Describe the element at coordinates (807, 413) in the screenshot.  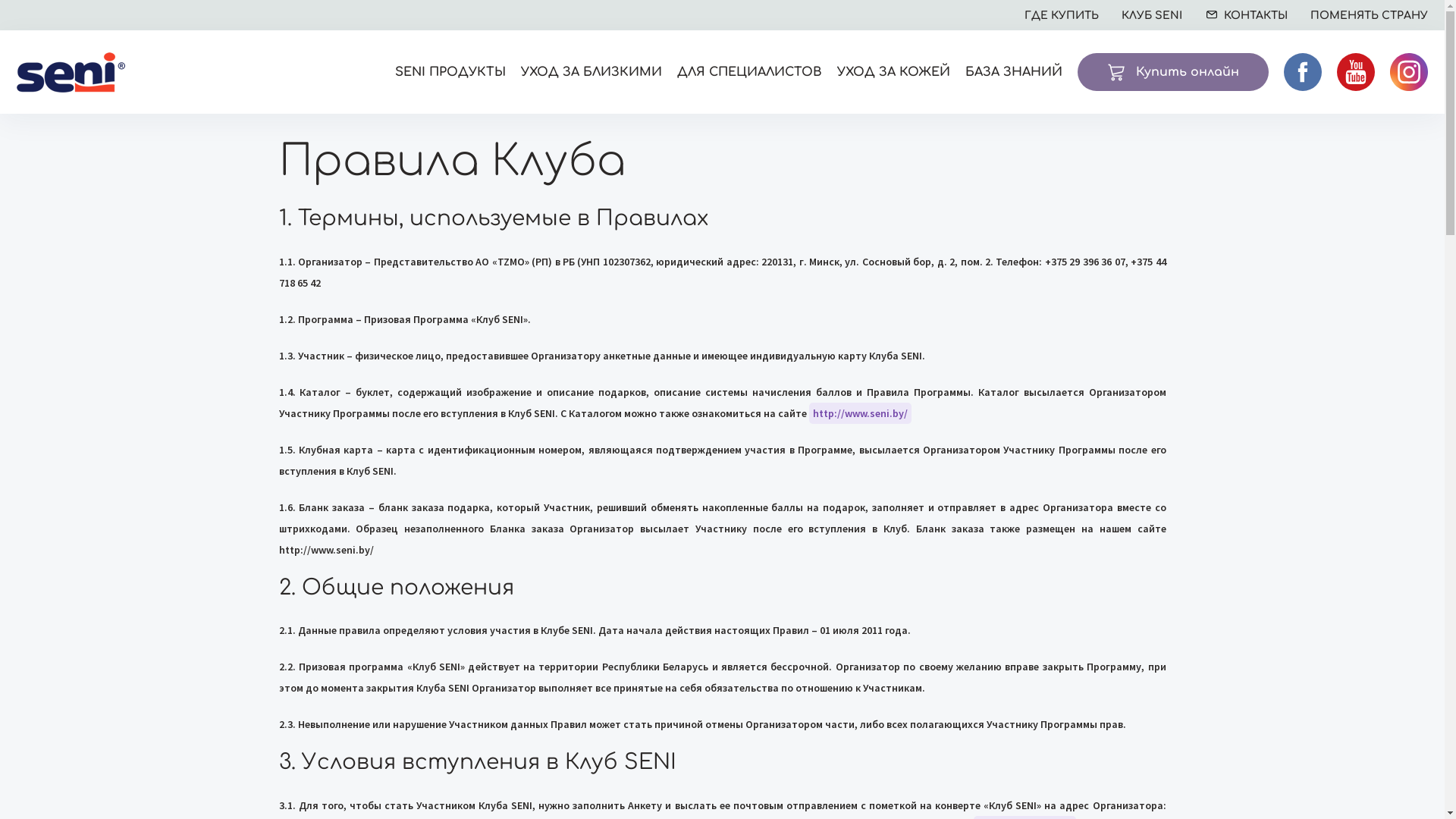
I see `'http://www.seni.by/'` at that location.